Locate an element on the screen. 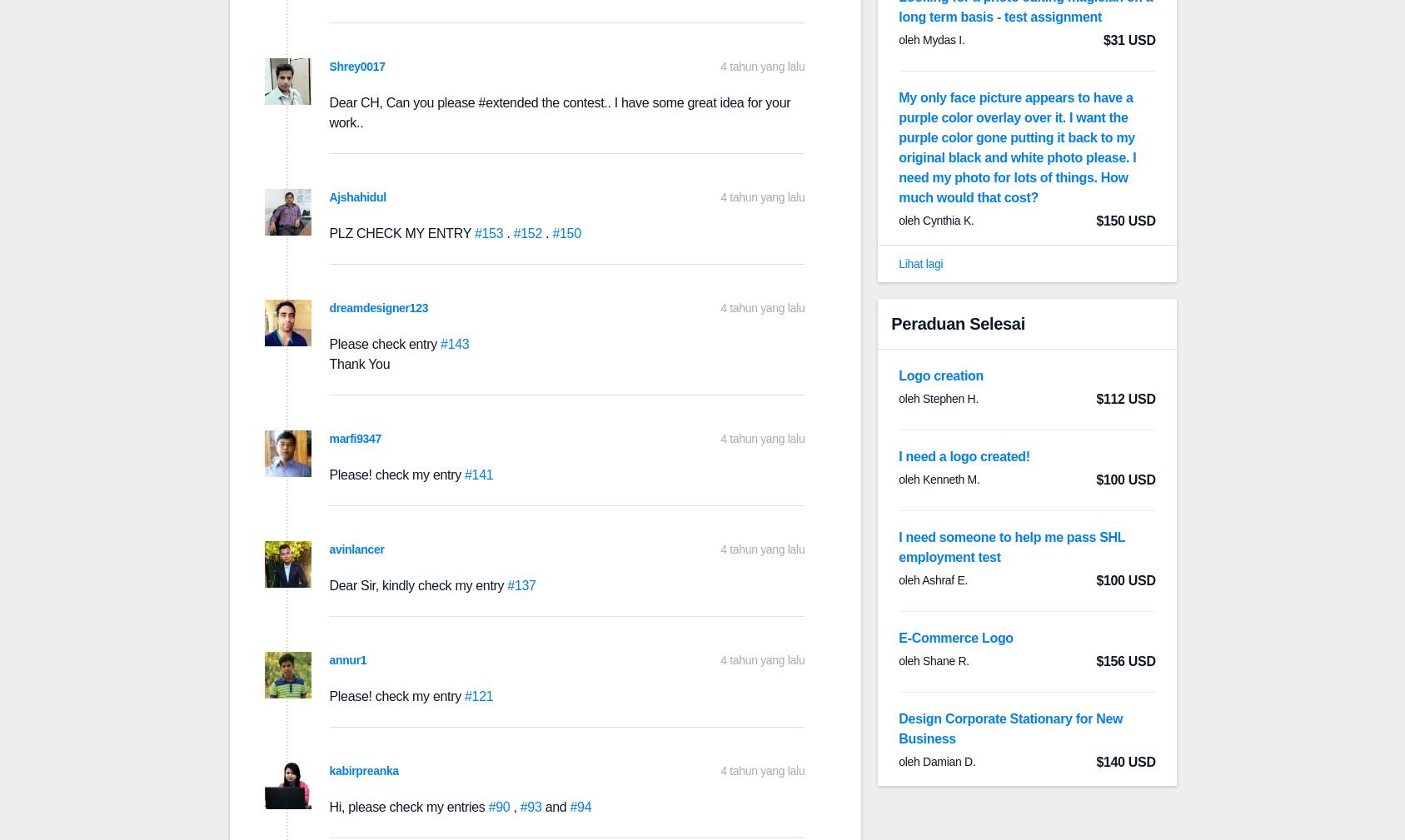 The height and width of the screenshot is (840, 1405). '#93' is located at coordinates (520, 807).